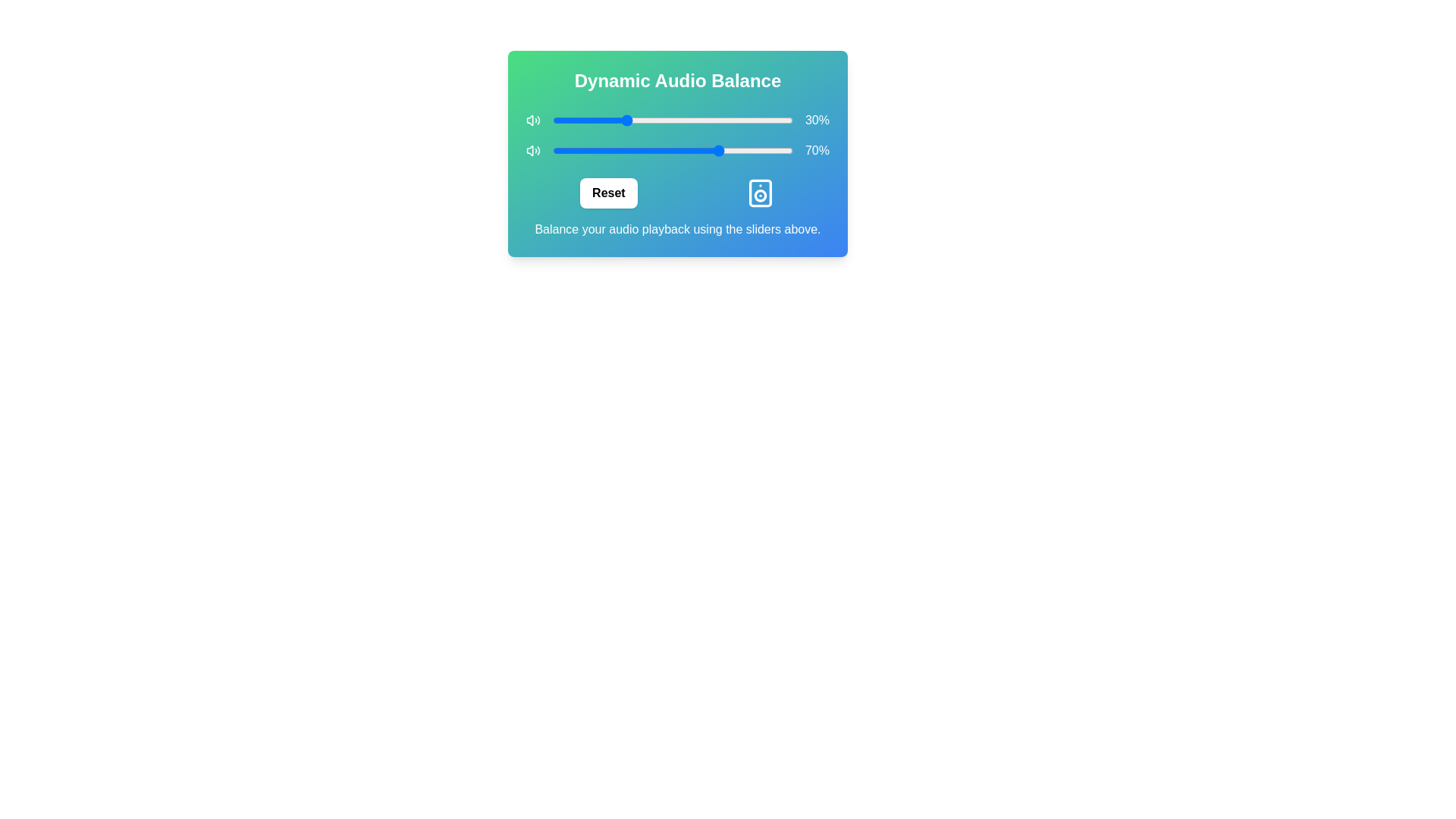  What do you see at coordinates (691, 119) in the screenshot?
I see `the slider` at bounding box center [691, 119].